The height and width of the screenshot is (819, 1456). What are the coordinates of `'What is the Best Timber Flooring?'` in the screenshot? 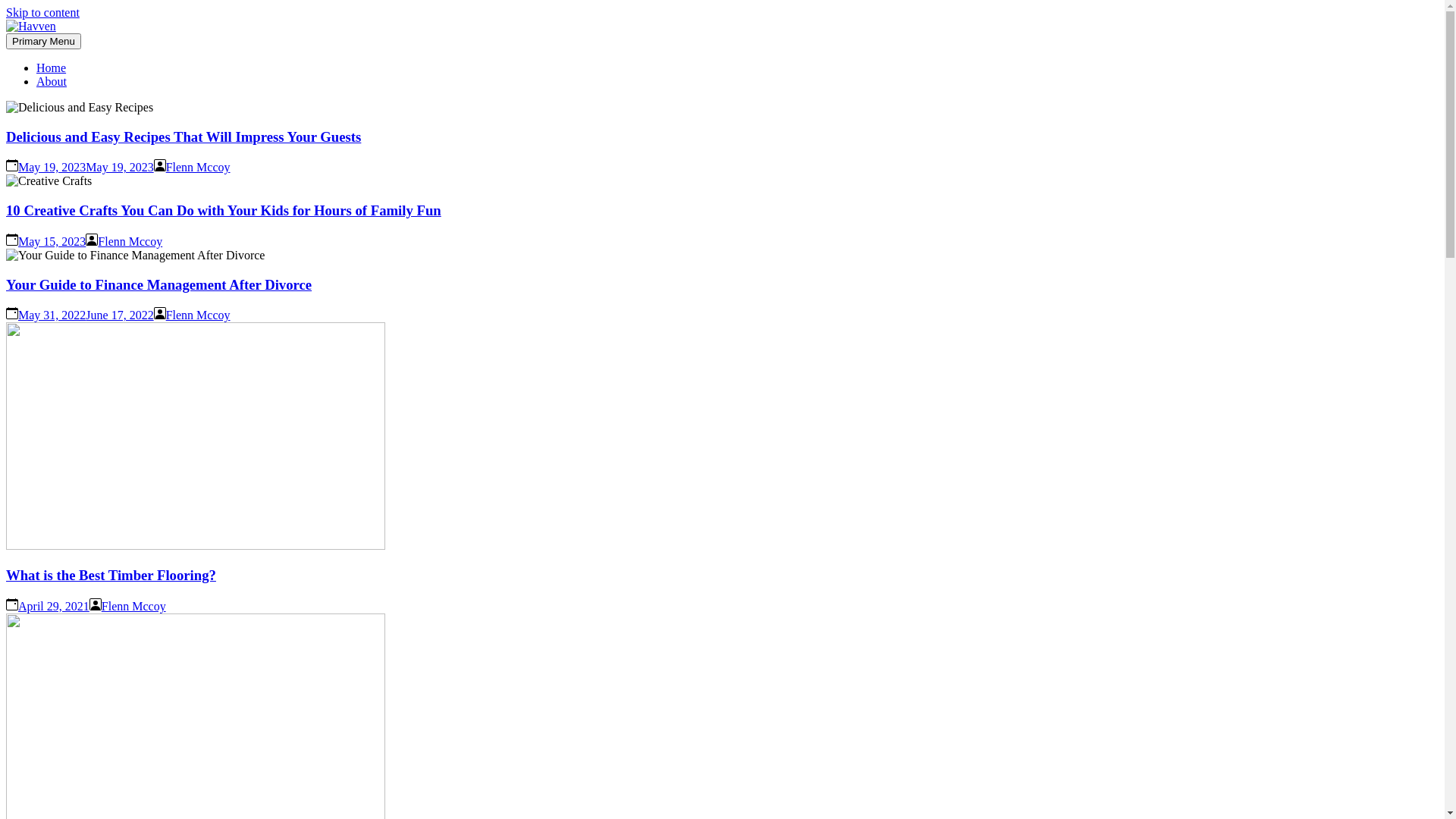 It's located at (110, 575).